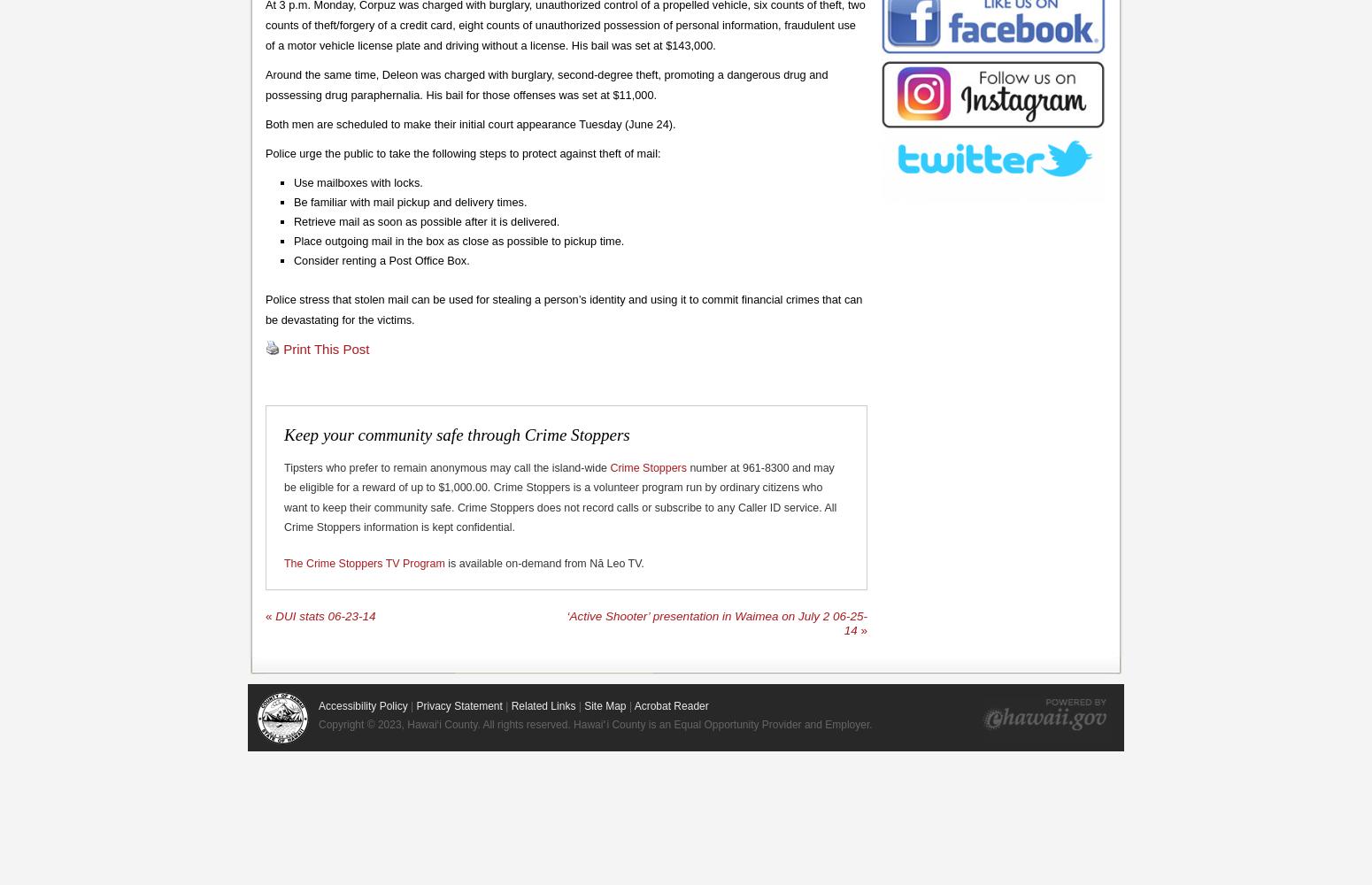 The width and height of the screenshot is (1372, 885). What do you see at coordinates (546, 83) in the screenshot?
I see `'Around the same time, Deleon was charged with burglary, second-degree theft, promoting a dangerous drug and possessing drug paraphernalia. His bail for those offenses was set at $11,000.'` at bounding box center [546, 83].